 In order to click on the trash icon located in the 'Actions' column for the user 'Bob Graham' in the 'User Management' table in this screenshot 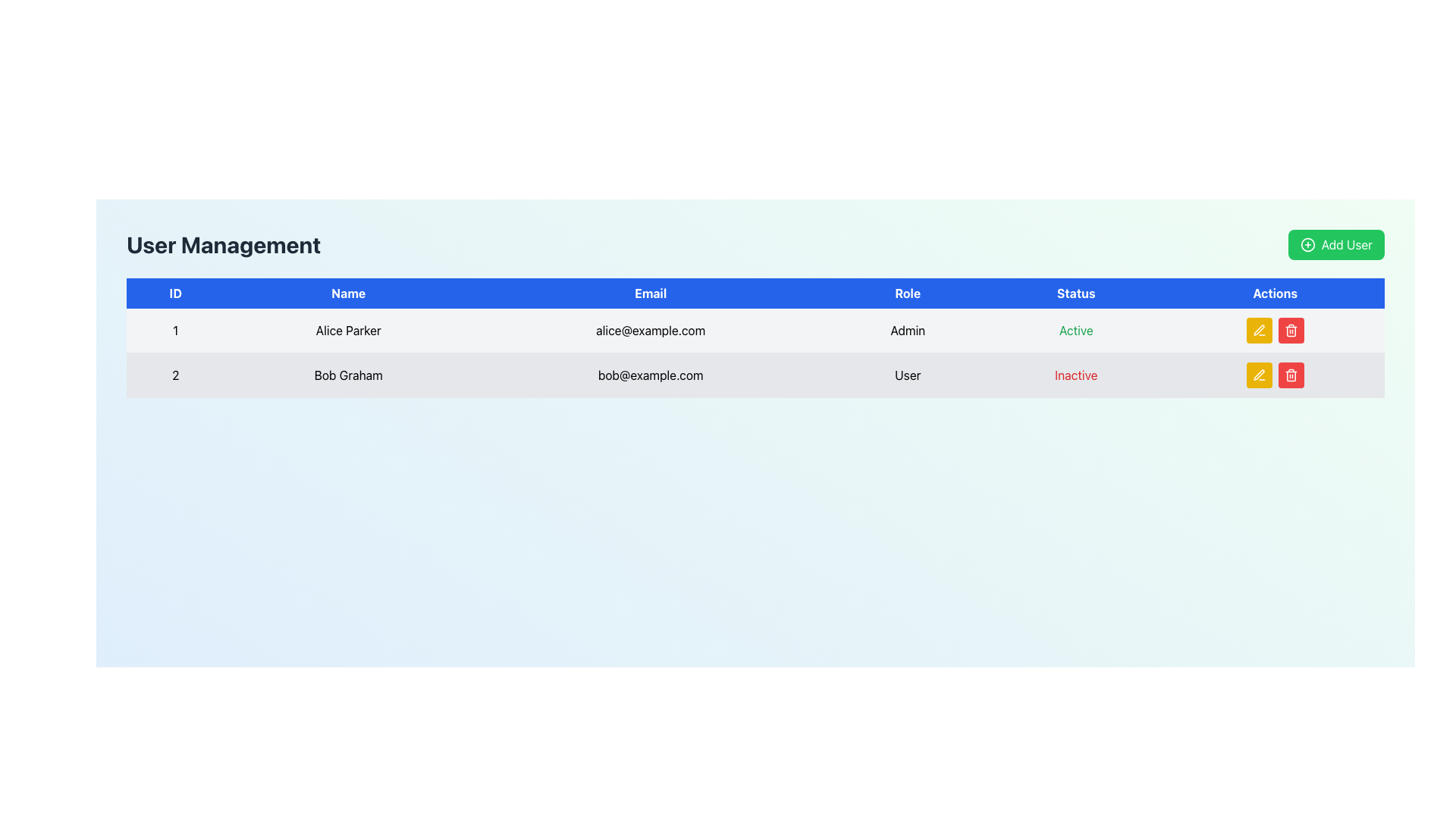, I will do `click(1274, 375)`.